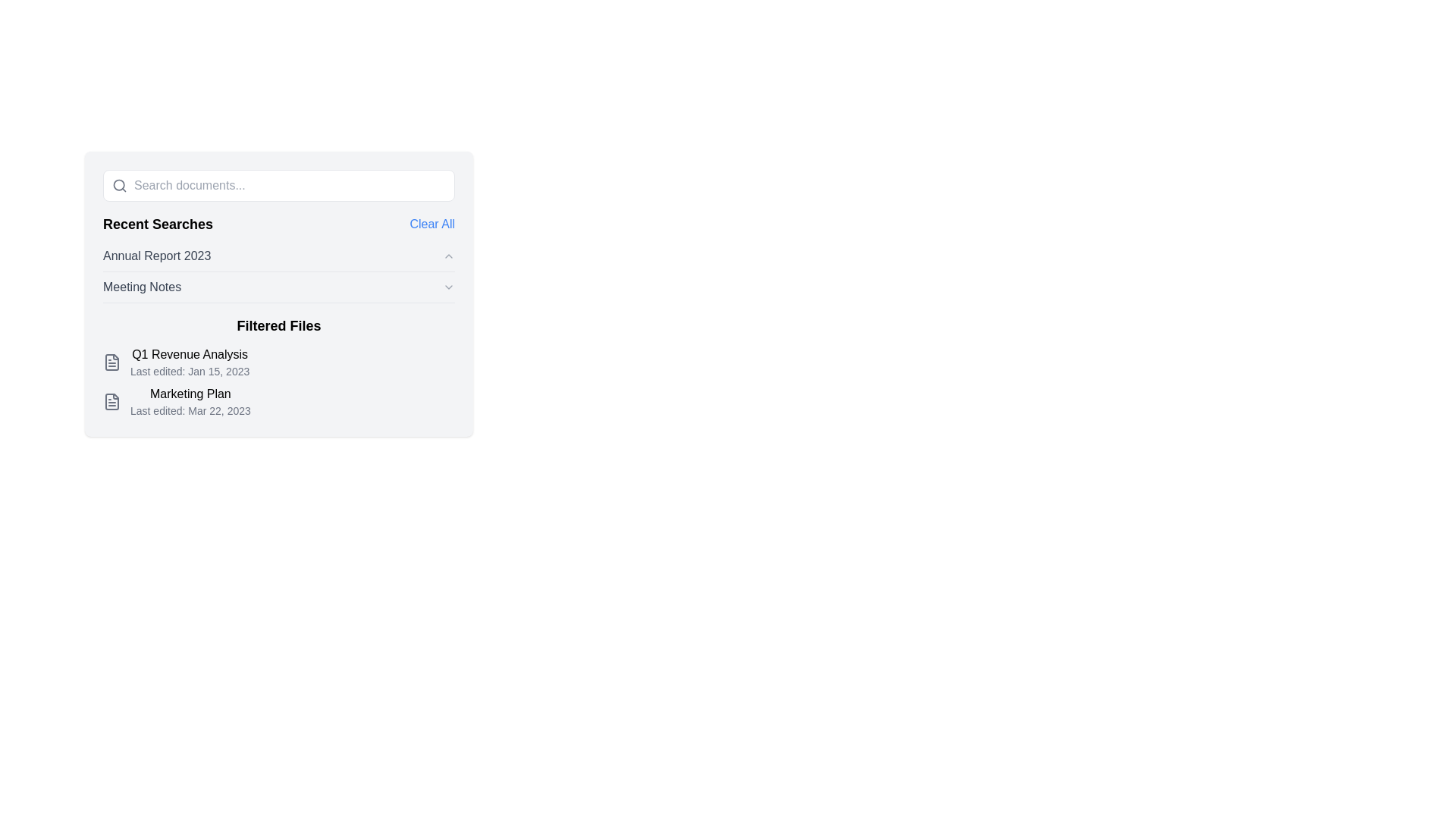 Image resolution: width=1456 pixels, height=819 pixels. Describe the element at coordinates (157, 256) in the screenshot. I see `the static text label reading 'Annual Report 2023'` at that location.